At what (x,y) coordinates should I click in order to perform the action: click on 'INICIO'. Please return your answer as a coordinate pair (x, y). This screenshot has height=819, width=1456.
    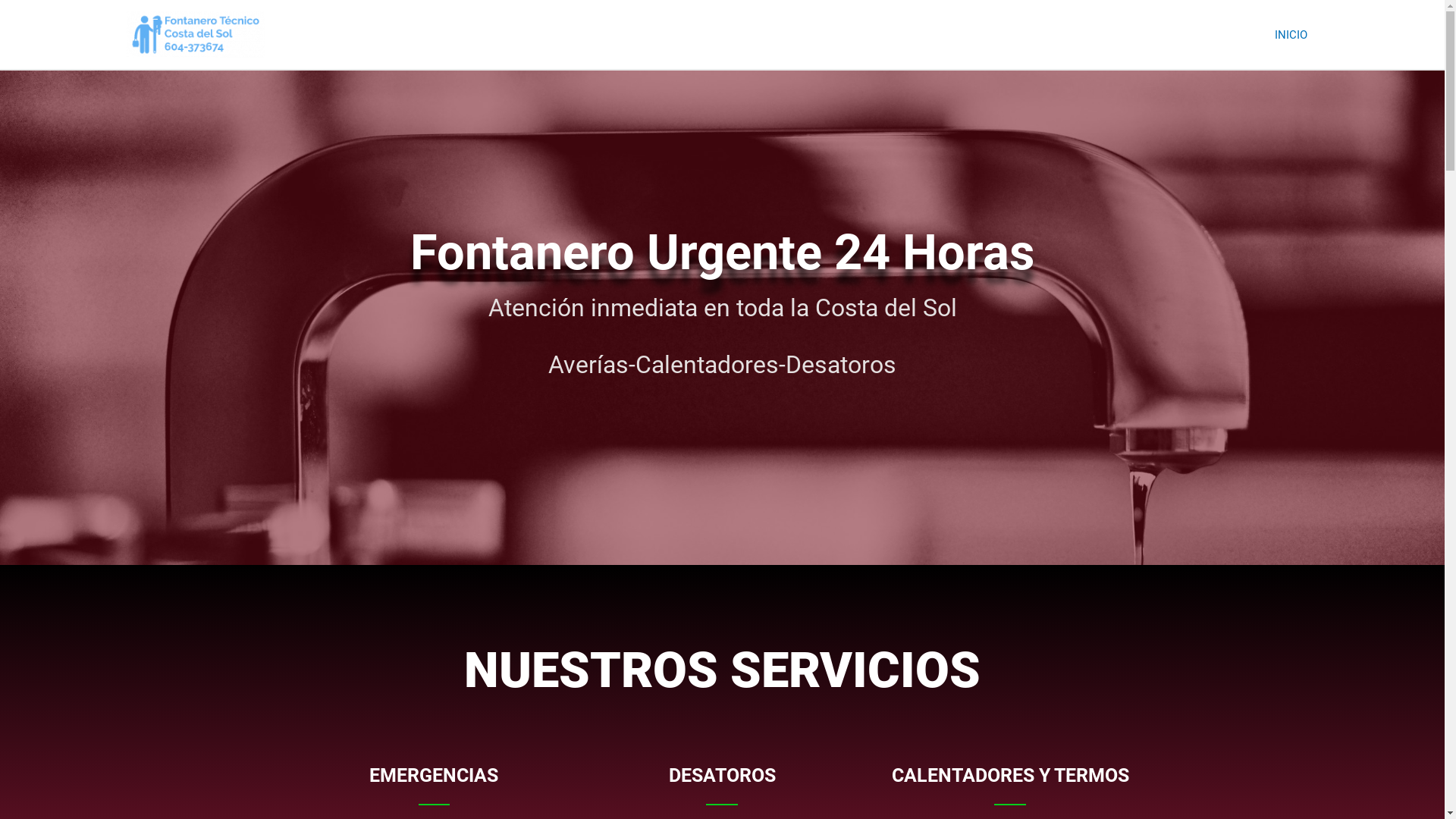
    Looking at the image, I should click on (1290, 34).